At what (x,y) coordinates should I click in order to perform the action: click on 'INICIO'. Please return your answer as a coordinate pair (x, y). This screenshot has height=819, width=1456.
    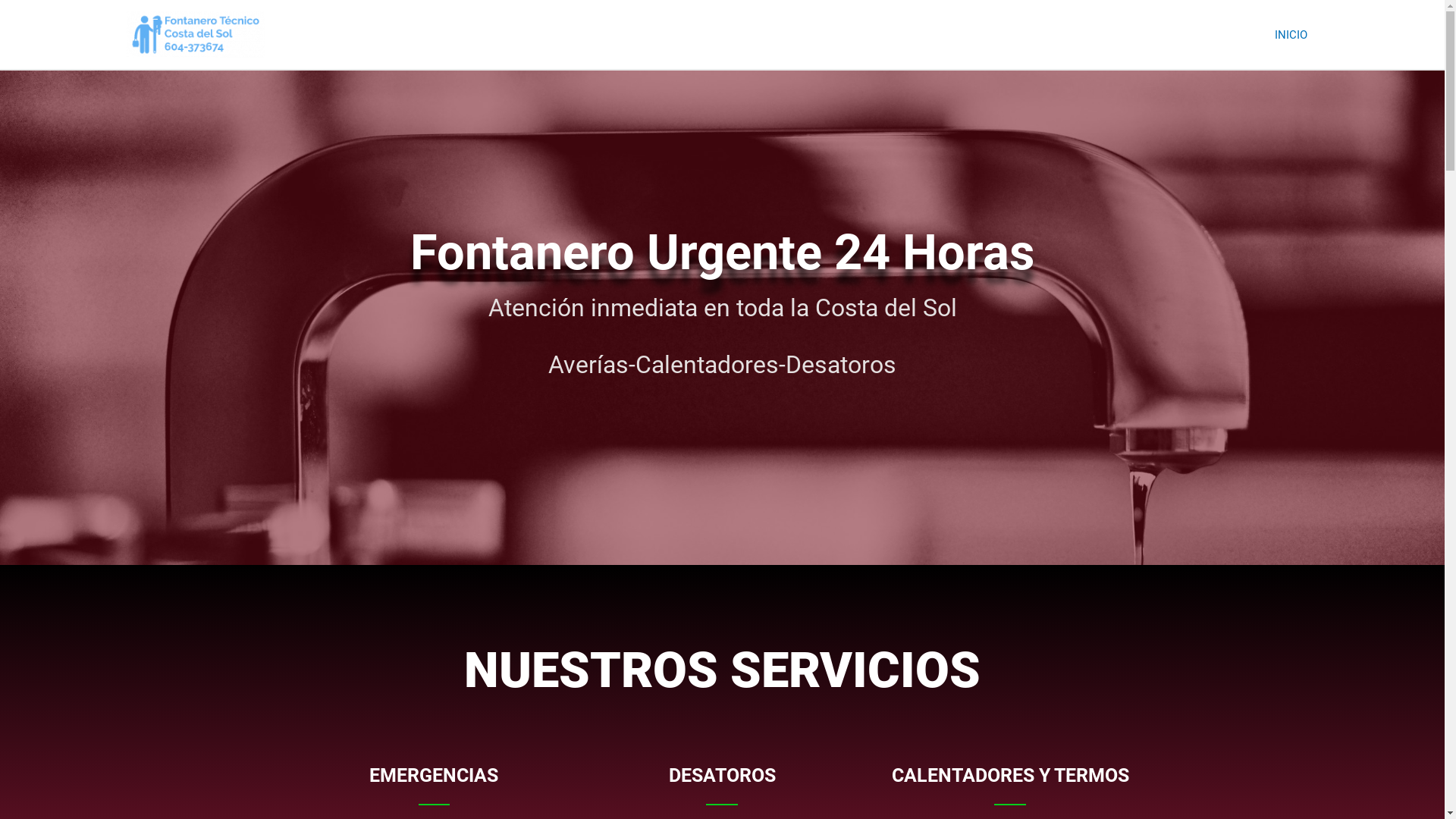
    Looking at the image, I should click on (1290, 34).